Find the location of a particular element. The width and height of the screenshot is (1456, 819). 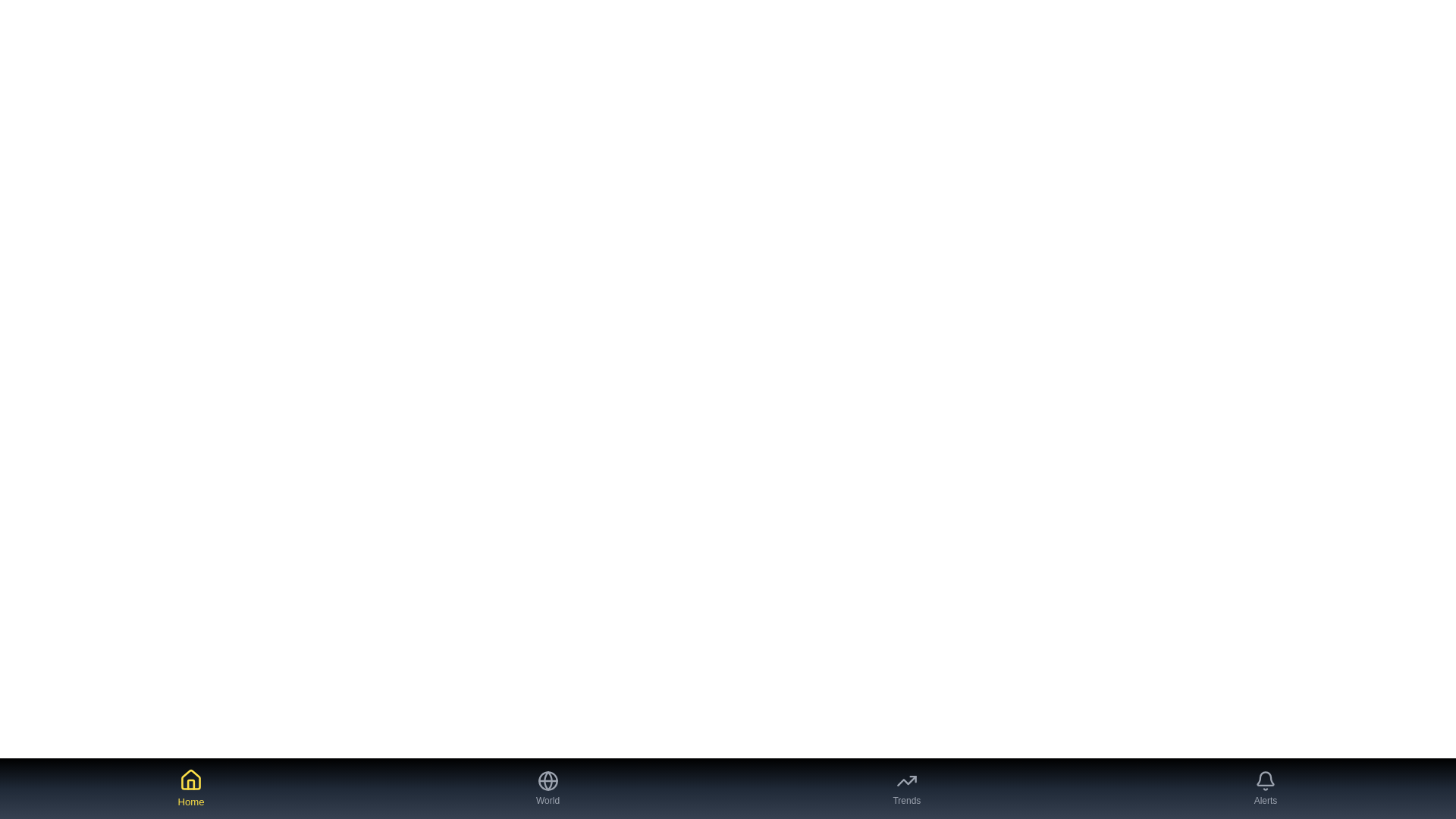

the Alerts button to observe the hover effect is located at coordinates (1266, 788).